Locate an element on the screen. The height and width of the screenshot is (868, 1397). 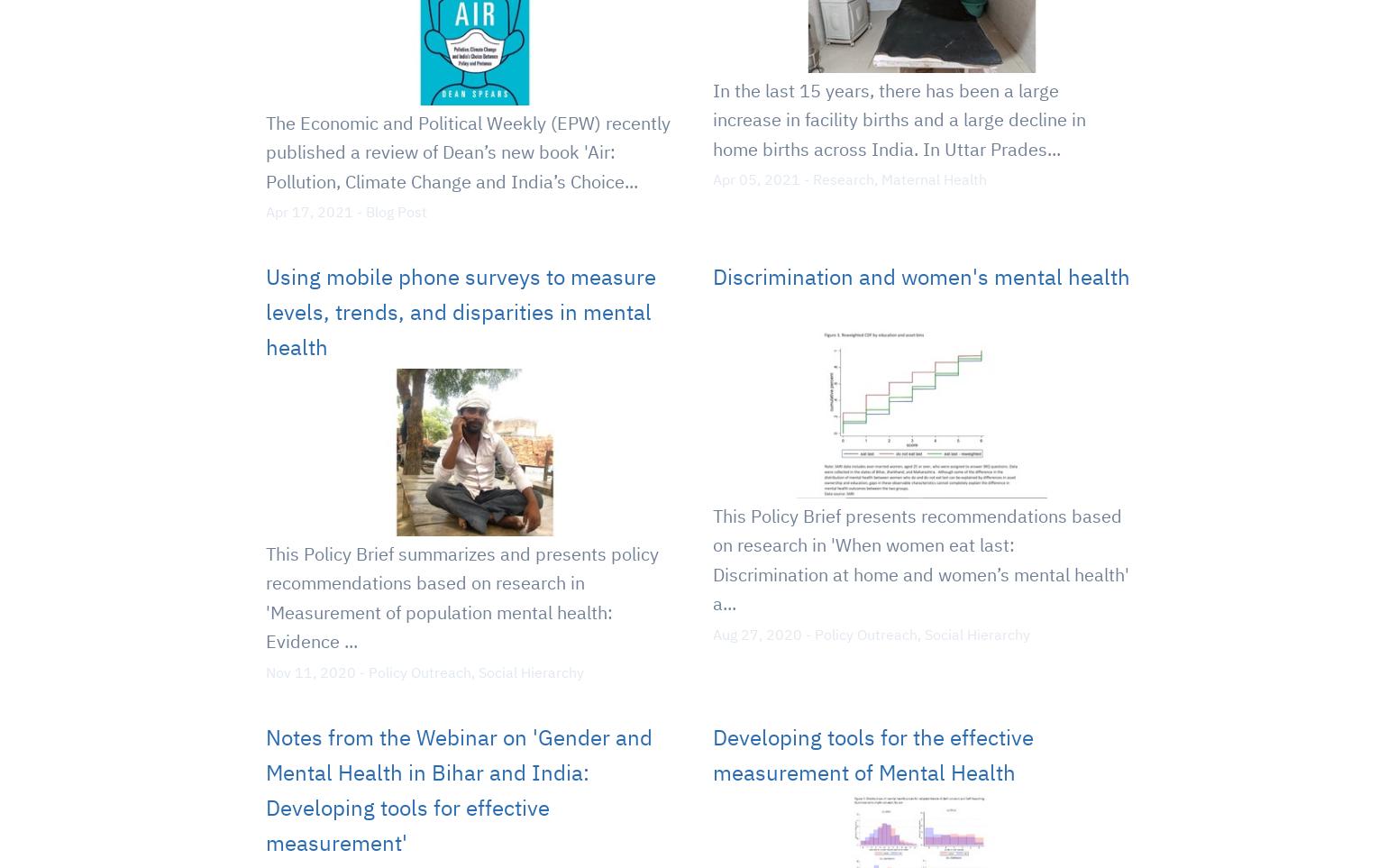
'Using mobile phone surveys to measure levels, trends, and disparities in mental health' is located at coordinates (265, 312).